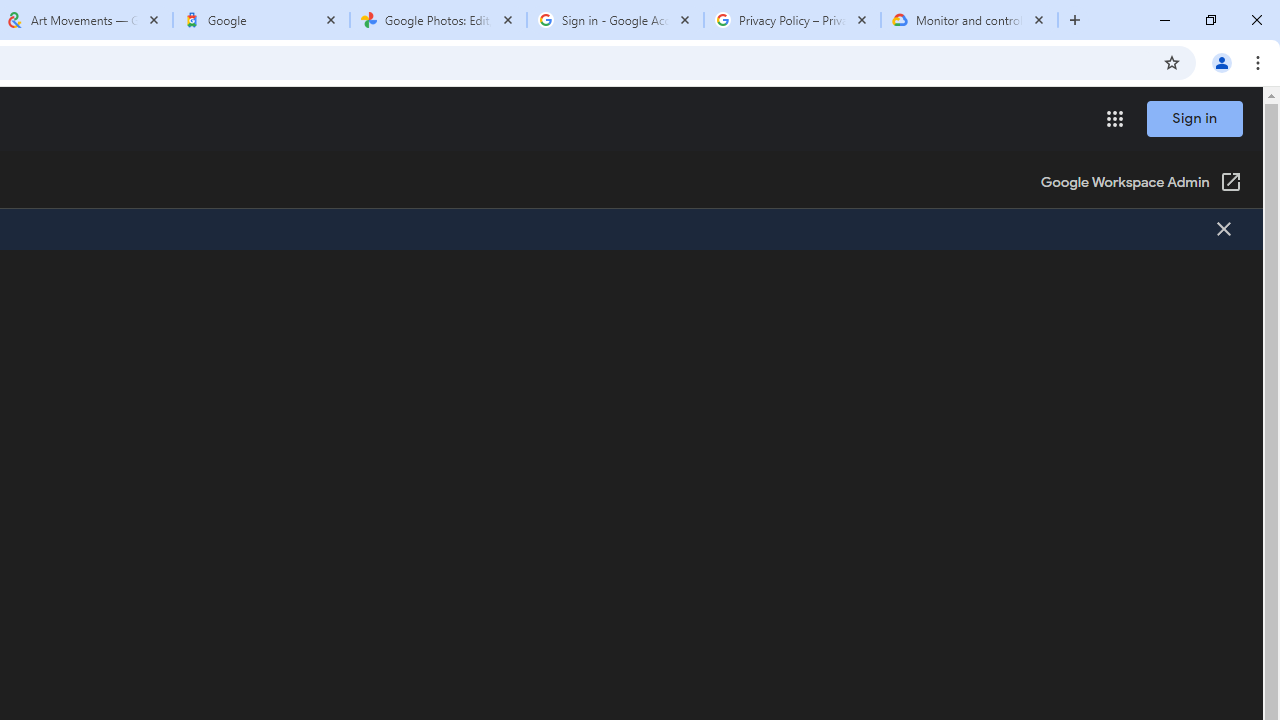  What do you see at coordinates (1141, 183) in the screenshot?
I see `'Google Workspace Admin (Open in a new window)'` at bounding box center [1141, 183].